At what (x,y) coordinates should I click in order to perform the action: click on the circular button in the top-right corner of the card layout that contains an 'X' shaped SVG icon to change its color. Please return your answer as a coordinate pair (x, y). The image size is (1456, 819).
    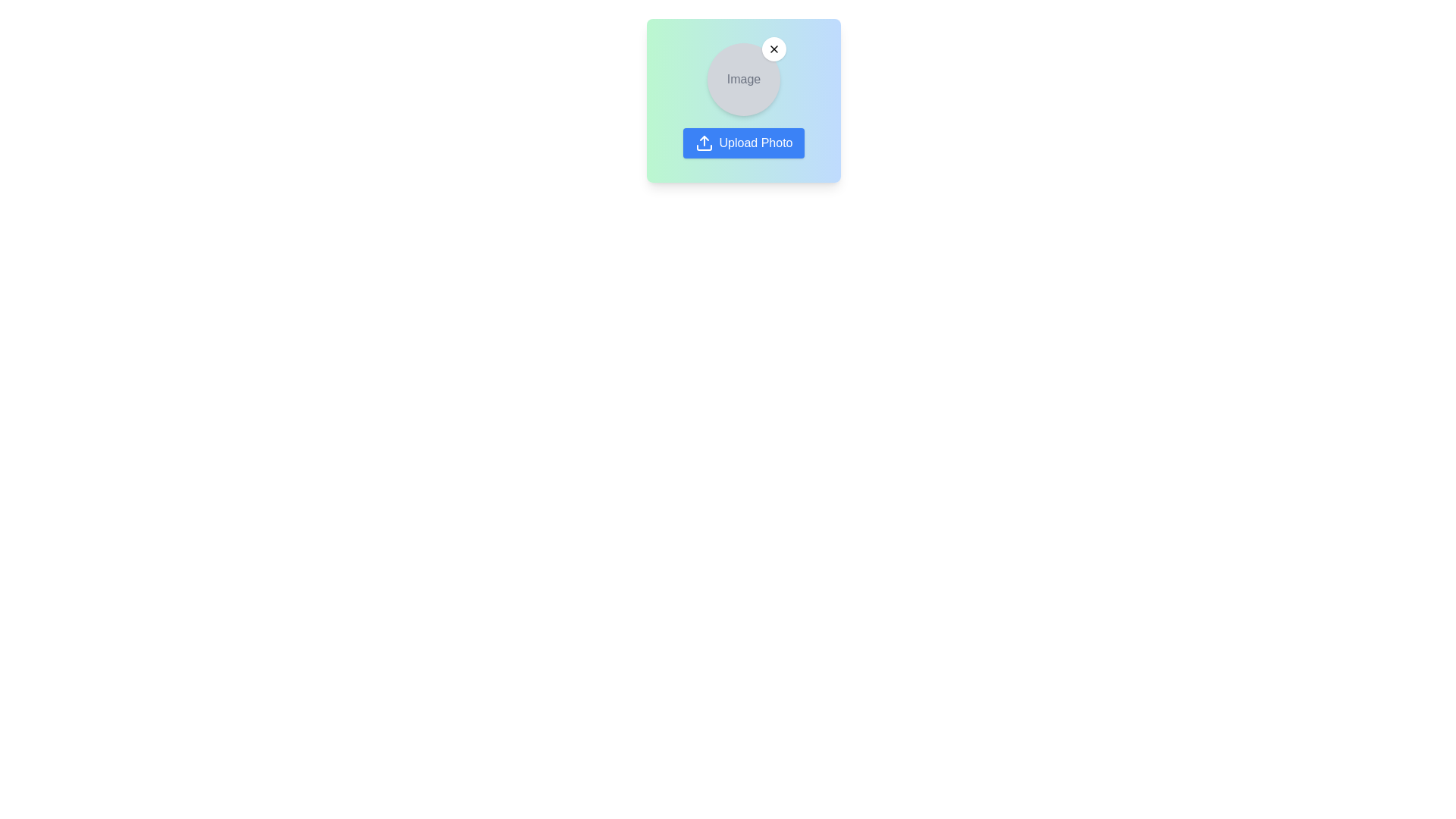
    Looking at the image, I should click on (774, 49).